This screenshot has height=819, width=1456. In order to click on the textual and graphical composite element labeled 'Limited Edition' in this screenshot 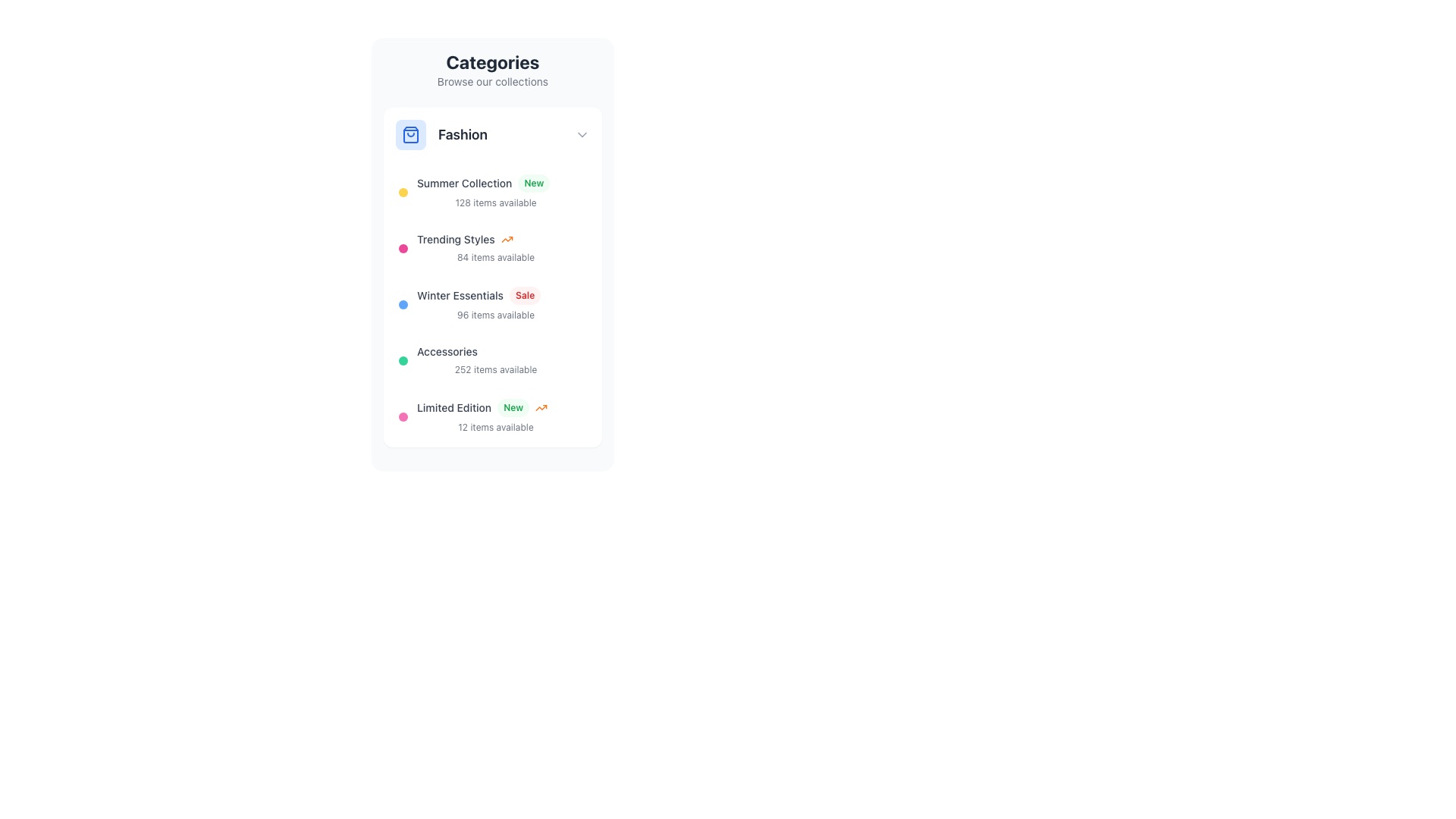, I will do `click(495, 417)`.